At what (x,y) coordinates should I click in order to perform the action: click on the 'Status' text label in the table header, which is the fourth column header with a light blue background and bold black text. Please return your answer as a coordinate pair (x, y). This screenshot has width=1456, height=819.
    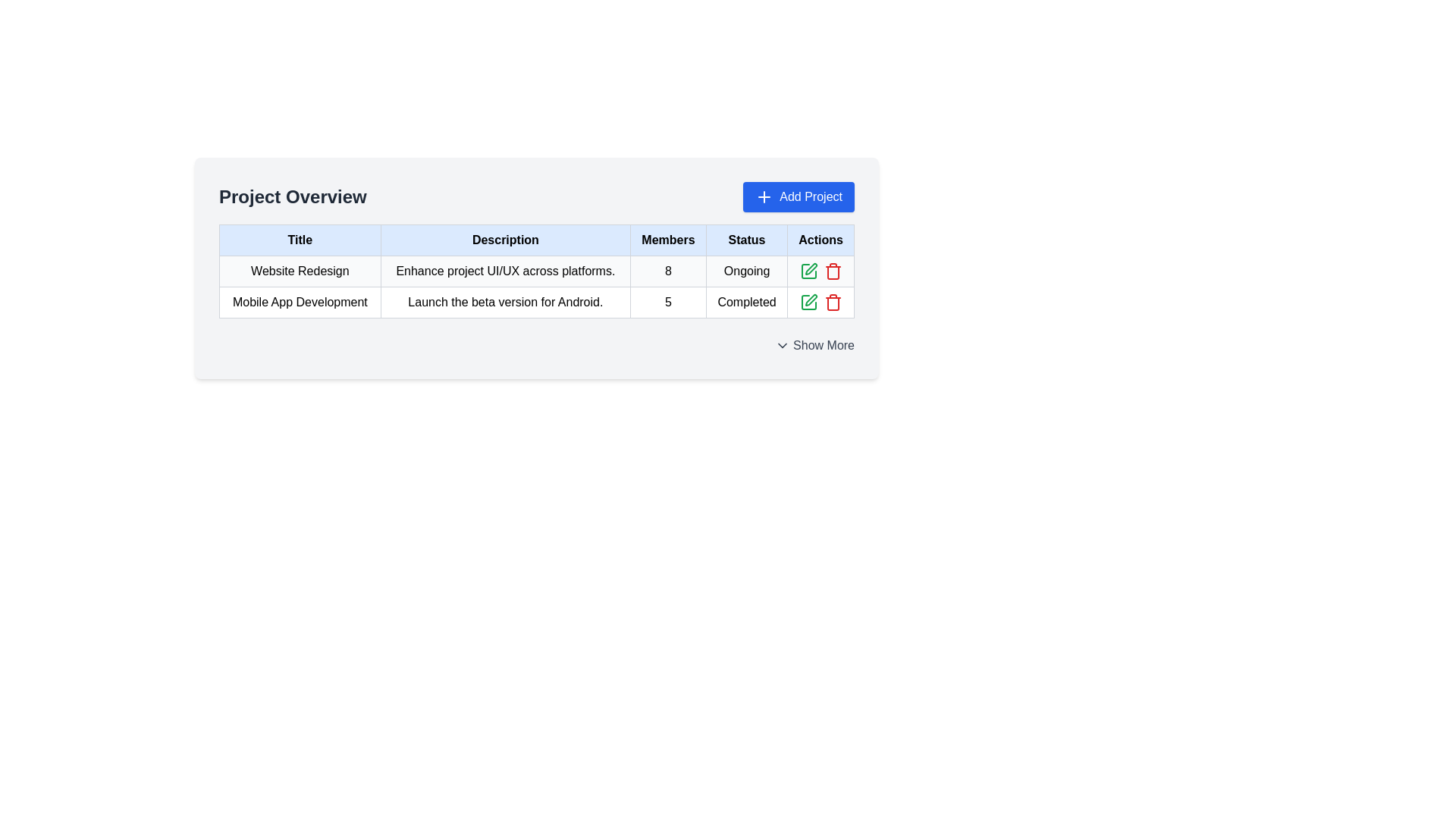
    Looking at the image, I should click on (747, 239).